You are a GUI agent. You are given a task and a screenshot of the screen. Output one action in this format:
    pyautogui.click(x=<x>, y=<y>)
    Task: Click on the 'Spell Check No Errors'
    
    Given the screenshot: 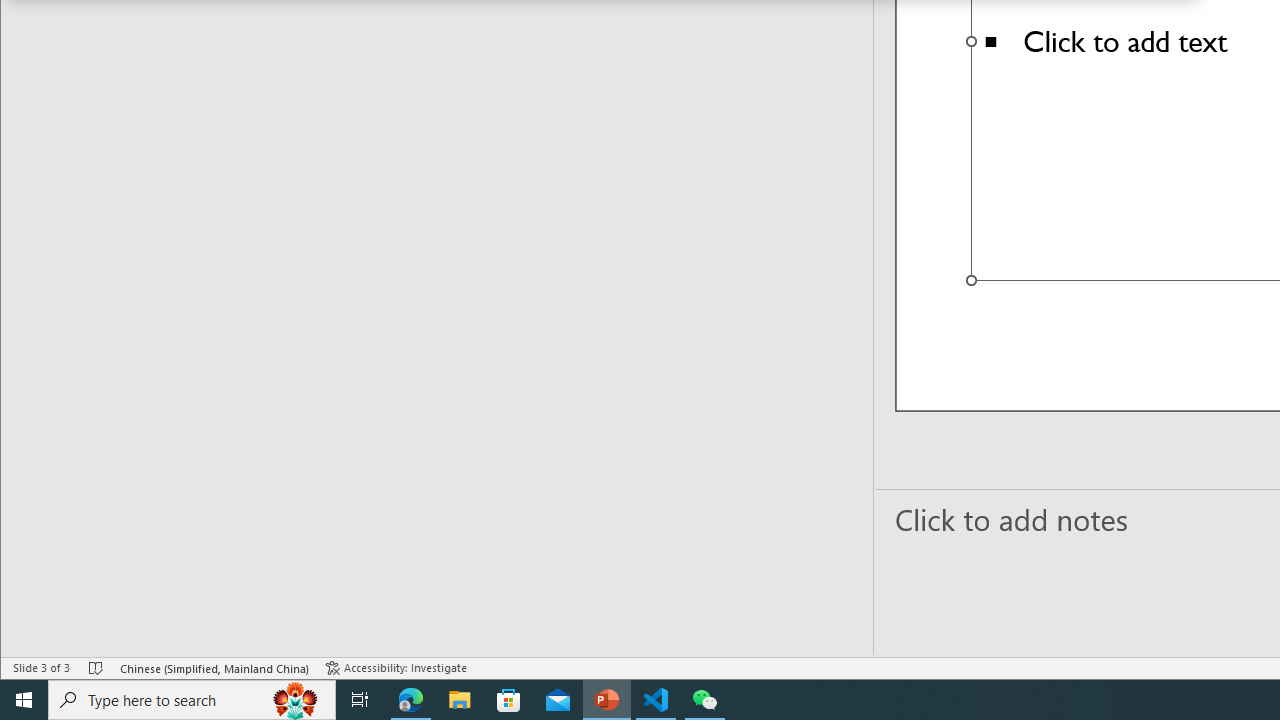 What is the action you would take?
    pyautogui.click(x=95, y=668)
    